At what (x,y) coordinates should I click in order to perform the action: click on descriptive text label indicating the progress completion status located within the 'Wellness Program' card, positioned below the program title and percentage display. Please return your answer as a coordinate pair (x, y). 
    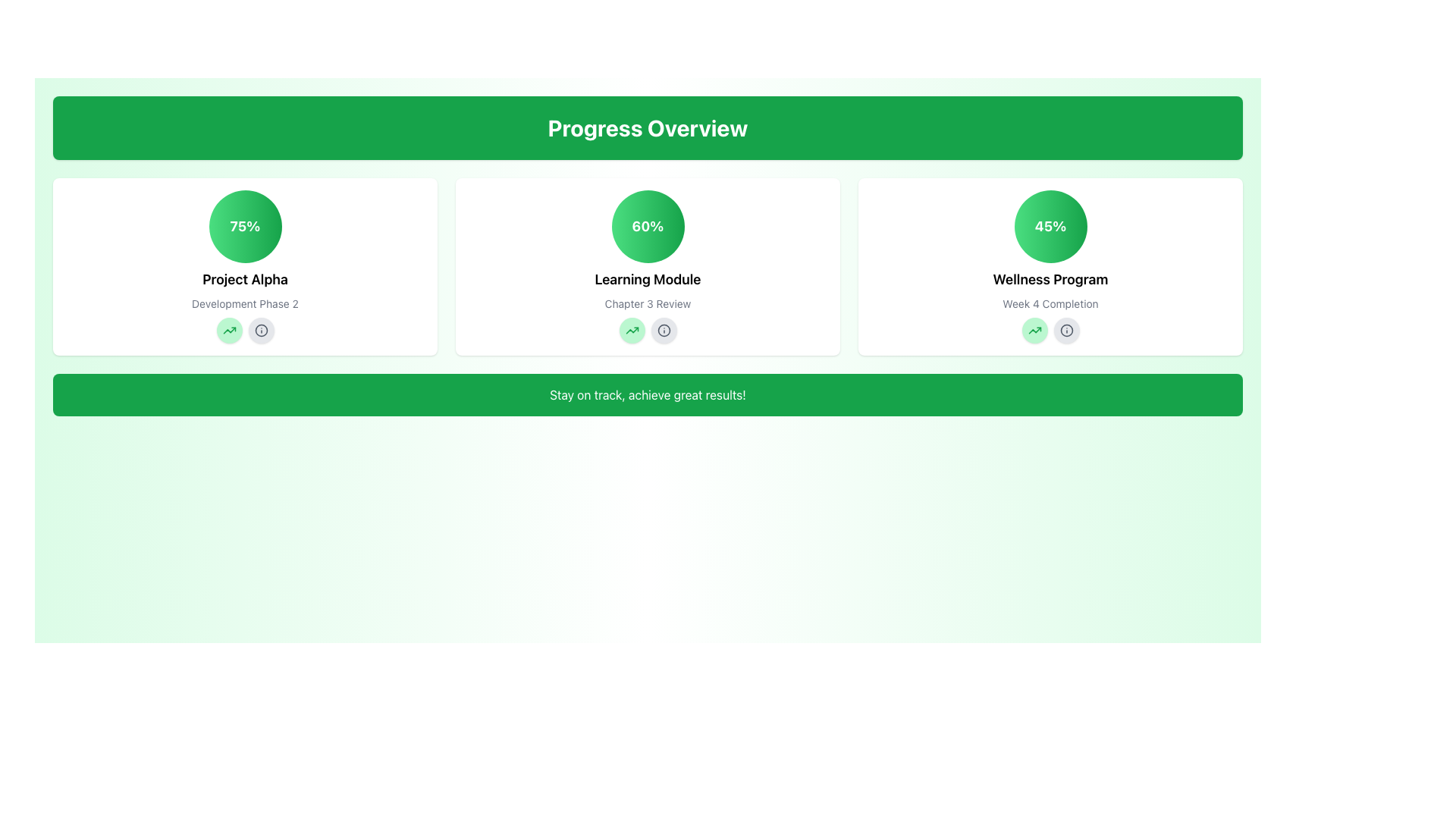
    Looking at the image, I should click on (1050, 304).